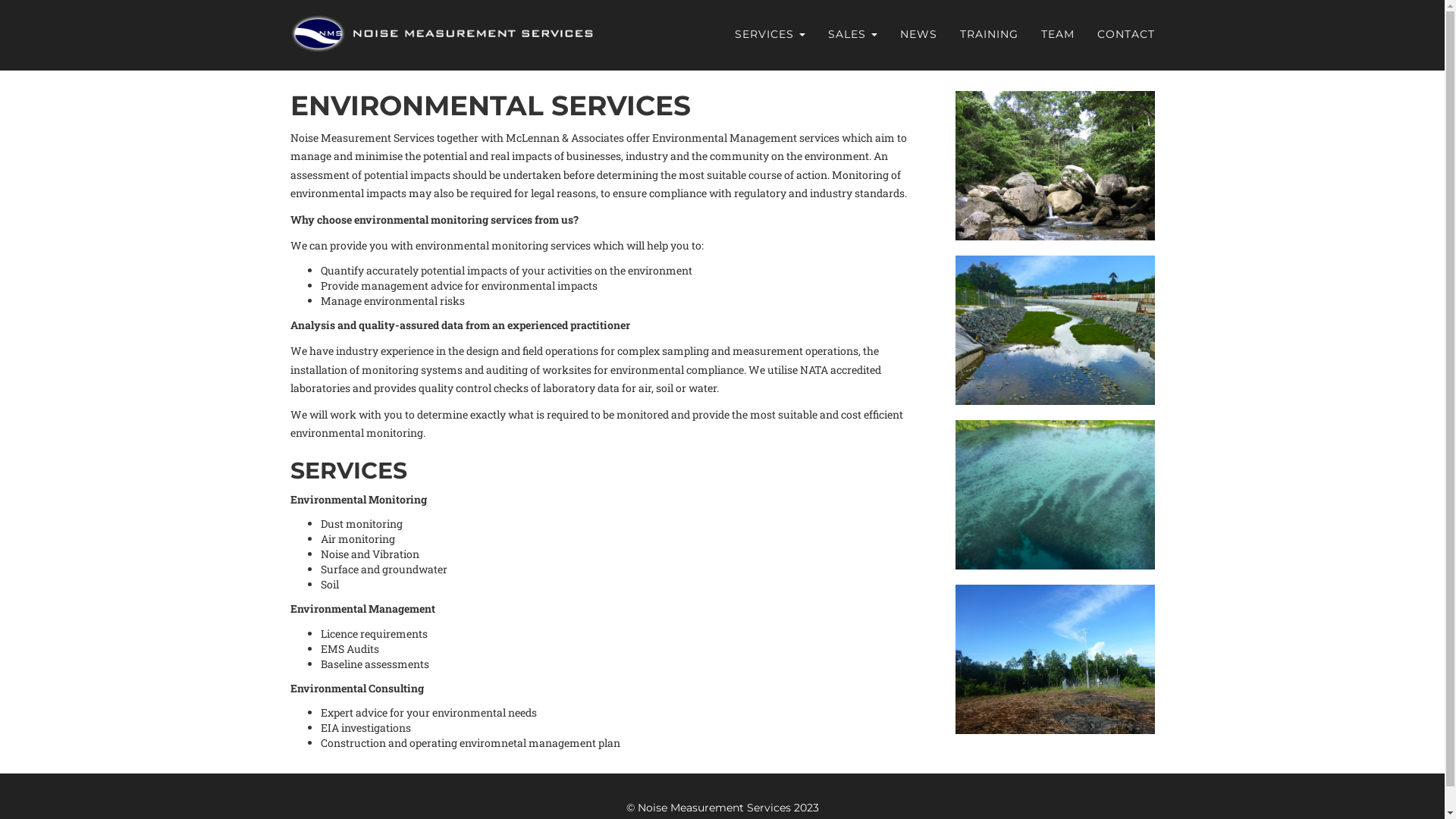 The height and width of the screenshot is (819, 1456). Describe the element at coordinates (1125, 34) in the screenshot. I see `'CONTACT'` at that location.